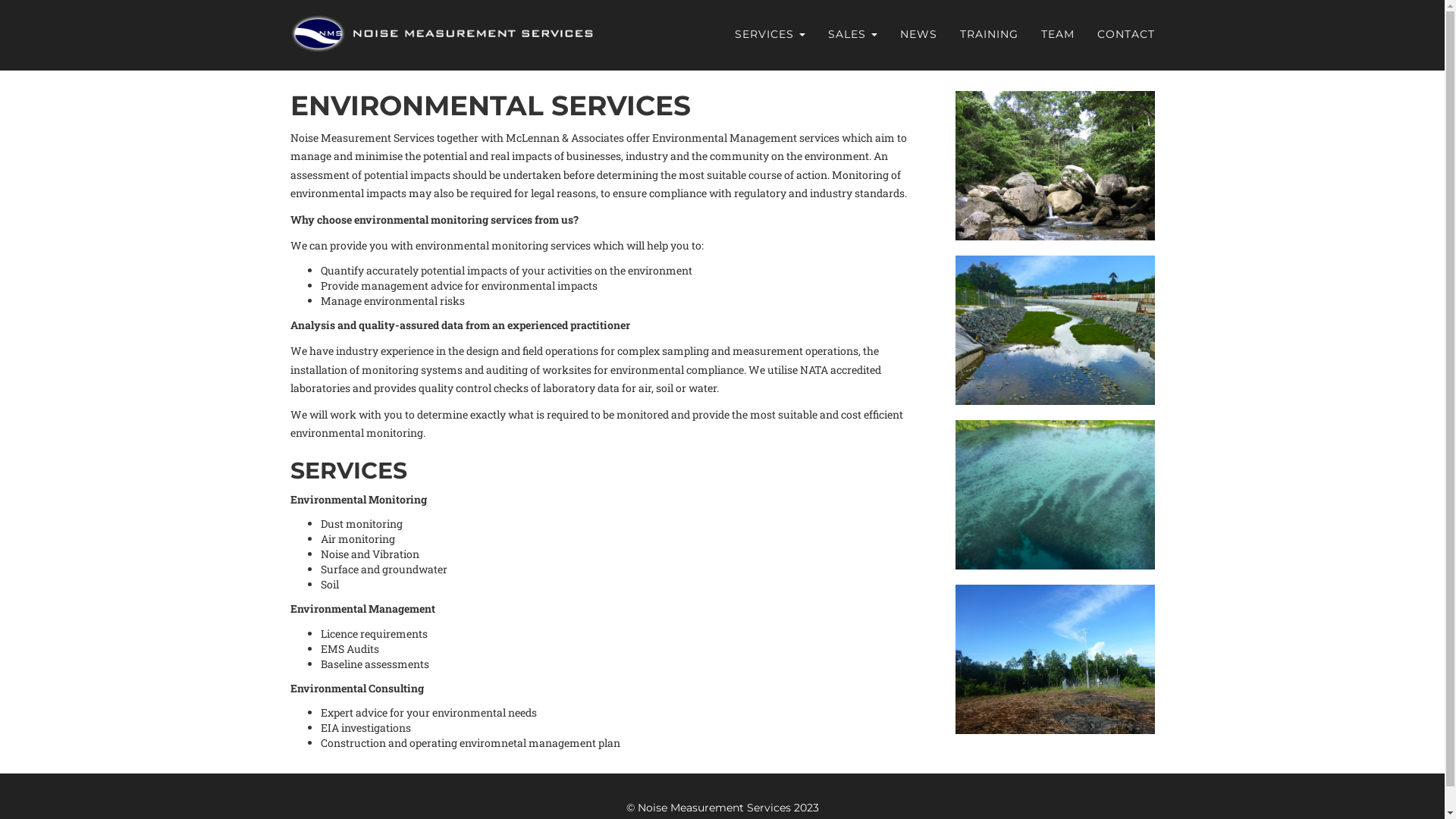 The height and width of the screenshot is (819, 1456). Describe the element at coordinates (1125, 34) in the screenshot. I see `'CONTACT'` at that location.